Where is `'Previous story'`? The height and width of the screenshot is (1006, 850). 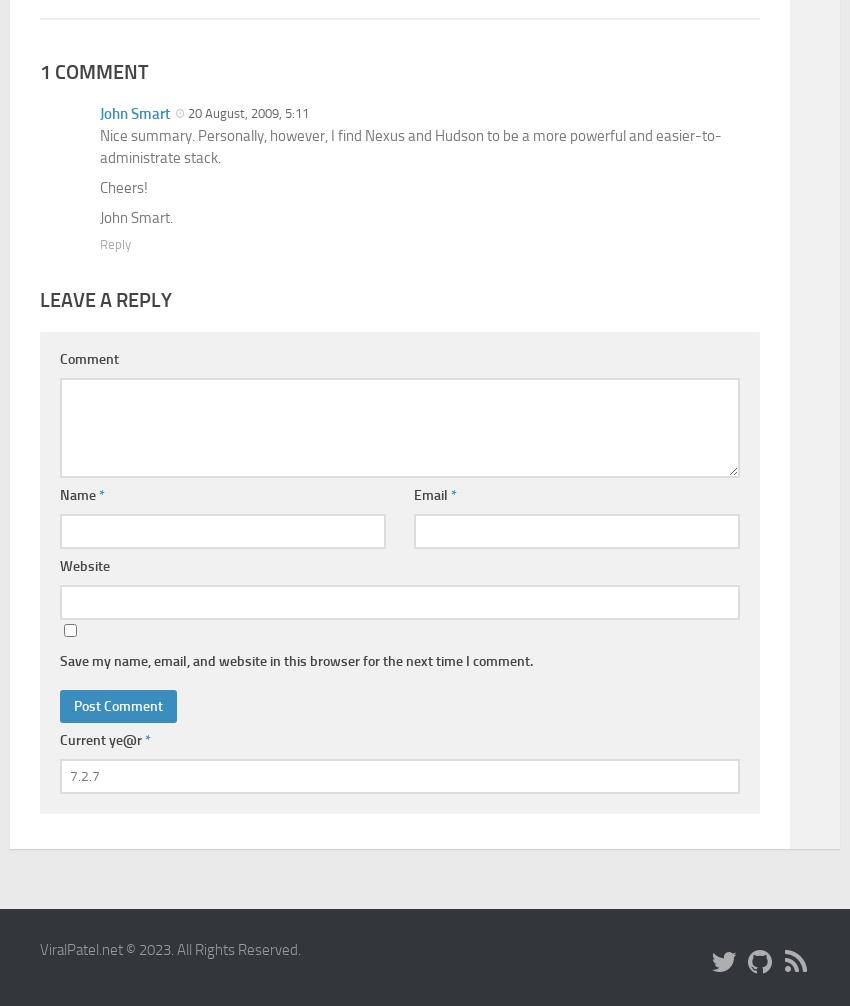
'Previous story' is located at coordinates (227, 318).